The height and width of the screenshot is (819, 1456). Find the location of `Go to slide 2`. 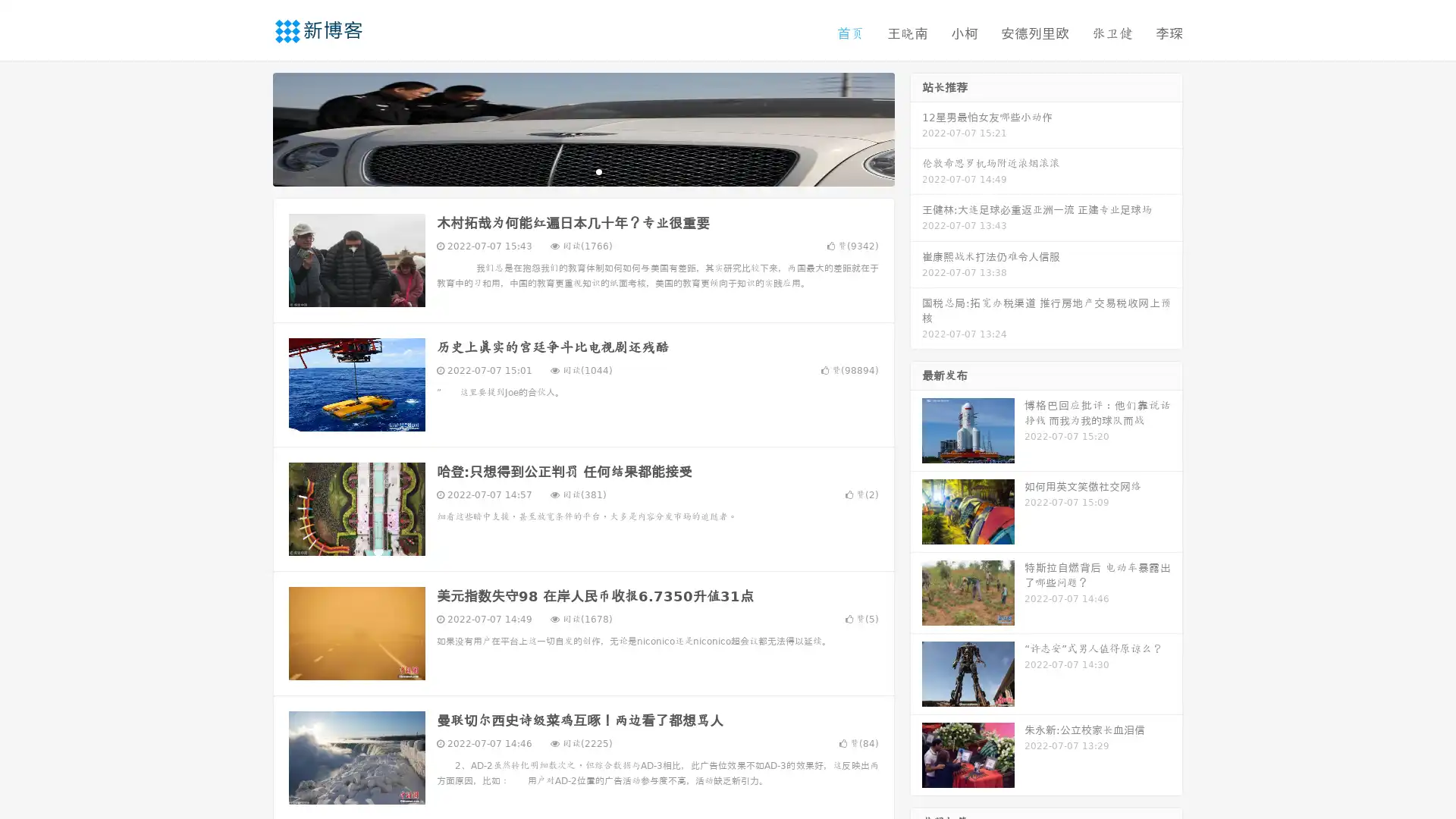

Go to slide 2 is located at coordinates (582, 171).